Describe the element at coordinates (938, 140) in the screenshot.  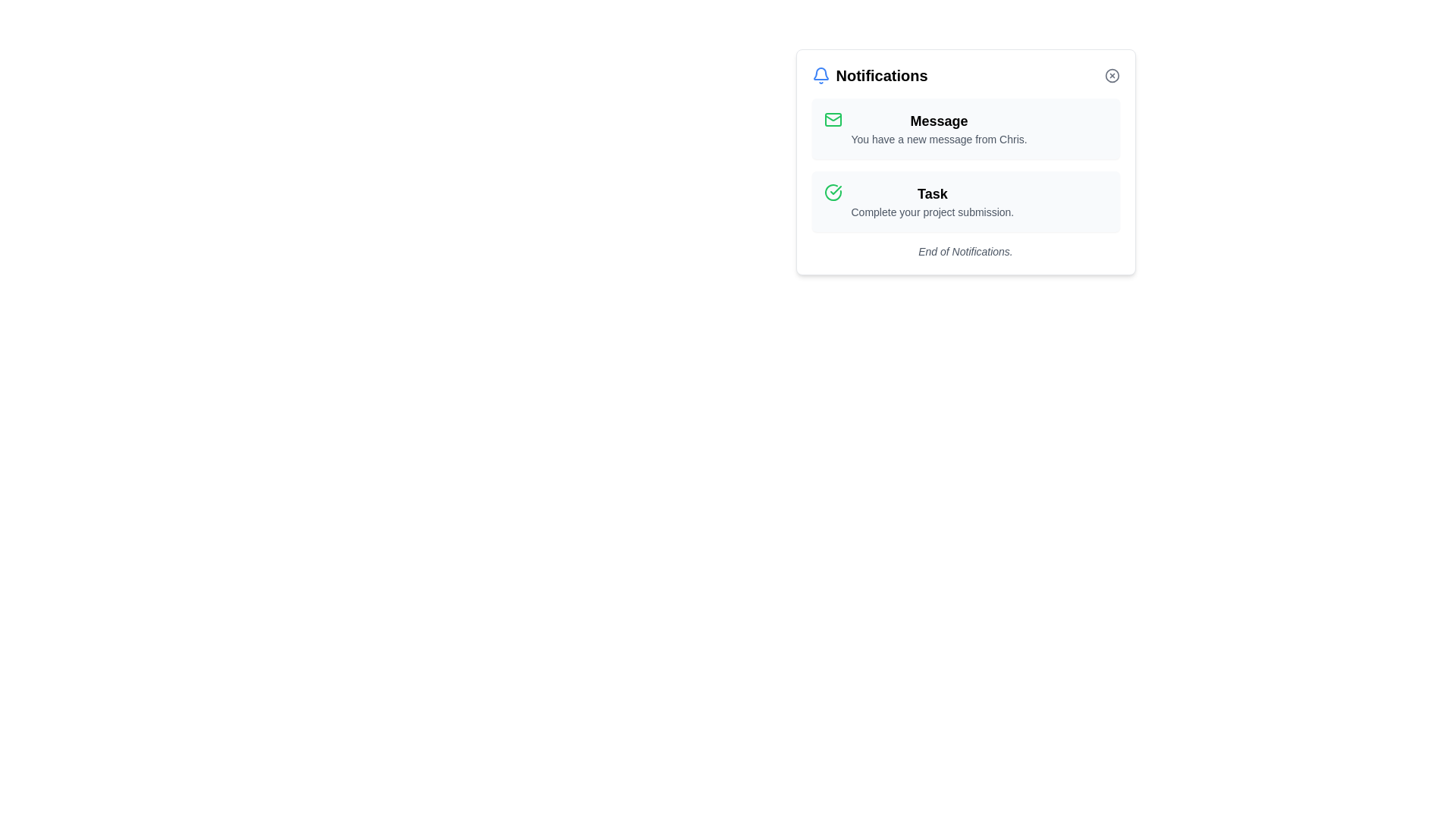
I see `the text element displaying 'You have a new message from Chris.' which is styled in a smaller gray font, located under the heading 'Message' in the notification card layout` at that location.